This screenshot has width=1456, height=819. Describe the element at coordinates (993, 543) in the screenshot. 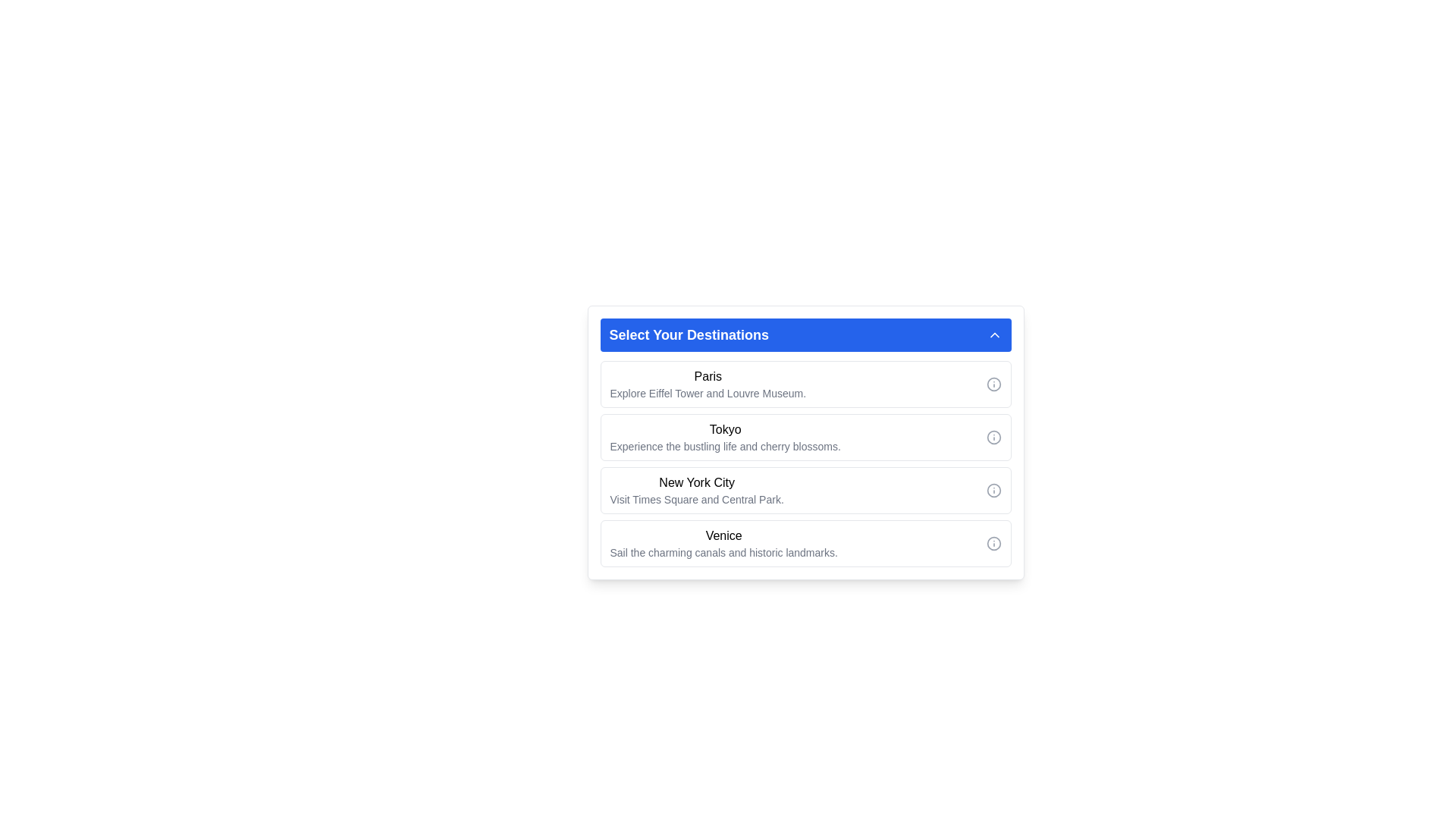

I see `the circular component of the icon located to the right of the Venice list item in the selection panel` at that location.